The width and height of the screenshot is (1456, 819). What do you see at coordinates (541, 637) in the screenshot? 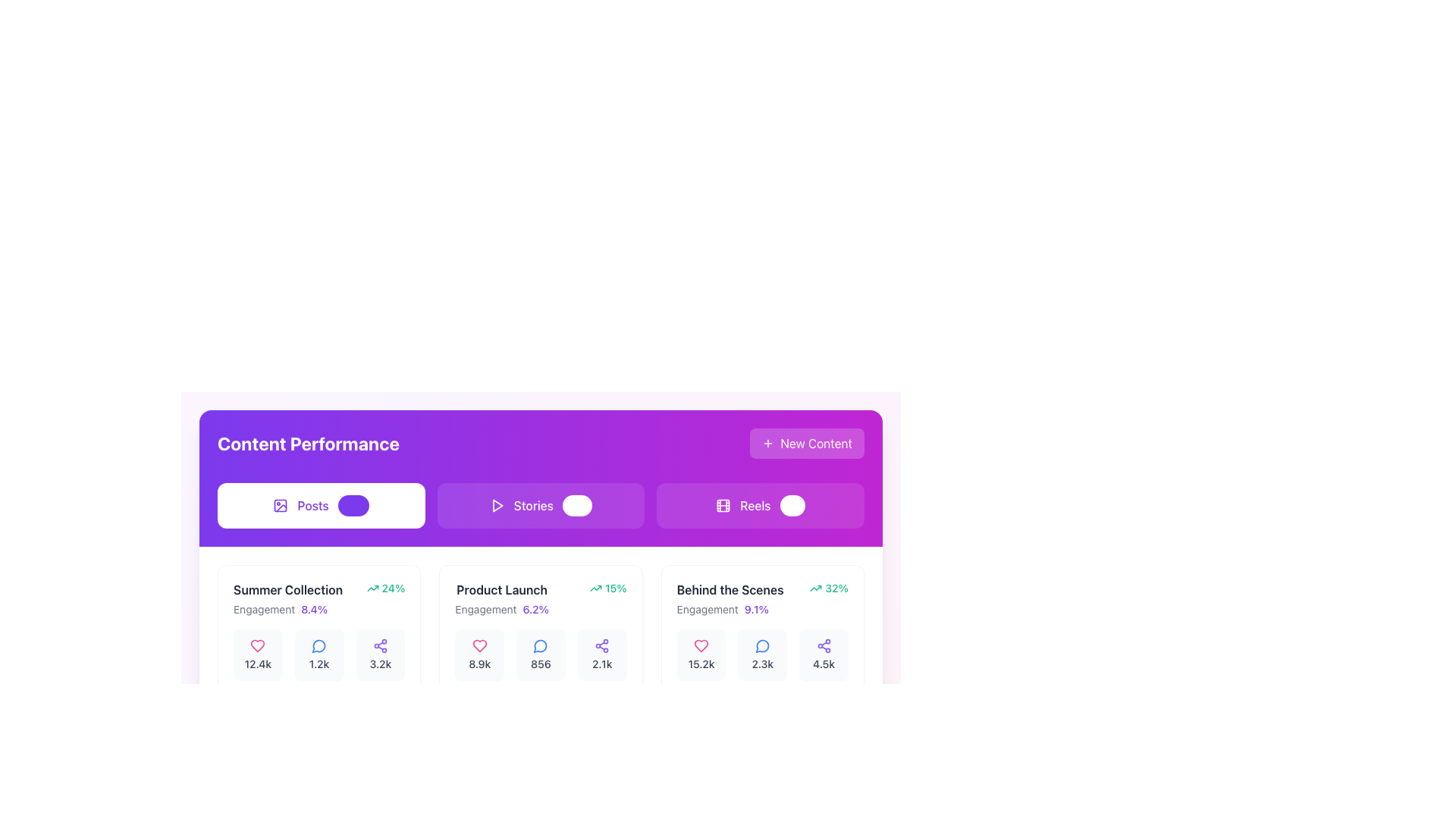
I see `the 'Product Launch' Data Display Card, which shows an engagement percentage of '6.2%' and is located in the central column under the 'Content Performance' header` at bounding box center [541, 637].